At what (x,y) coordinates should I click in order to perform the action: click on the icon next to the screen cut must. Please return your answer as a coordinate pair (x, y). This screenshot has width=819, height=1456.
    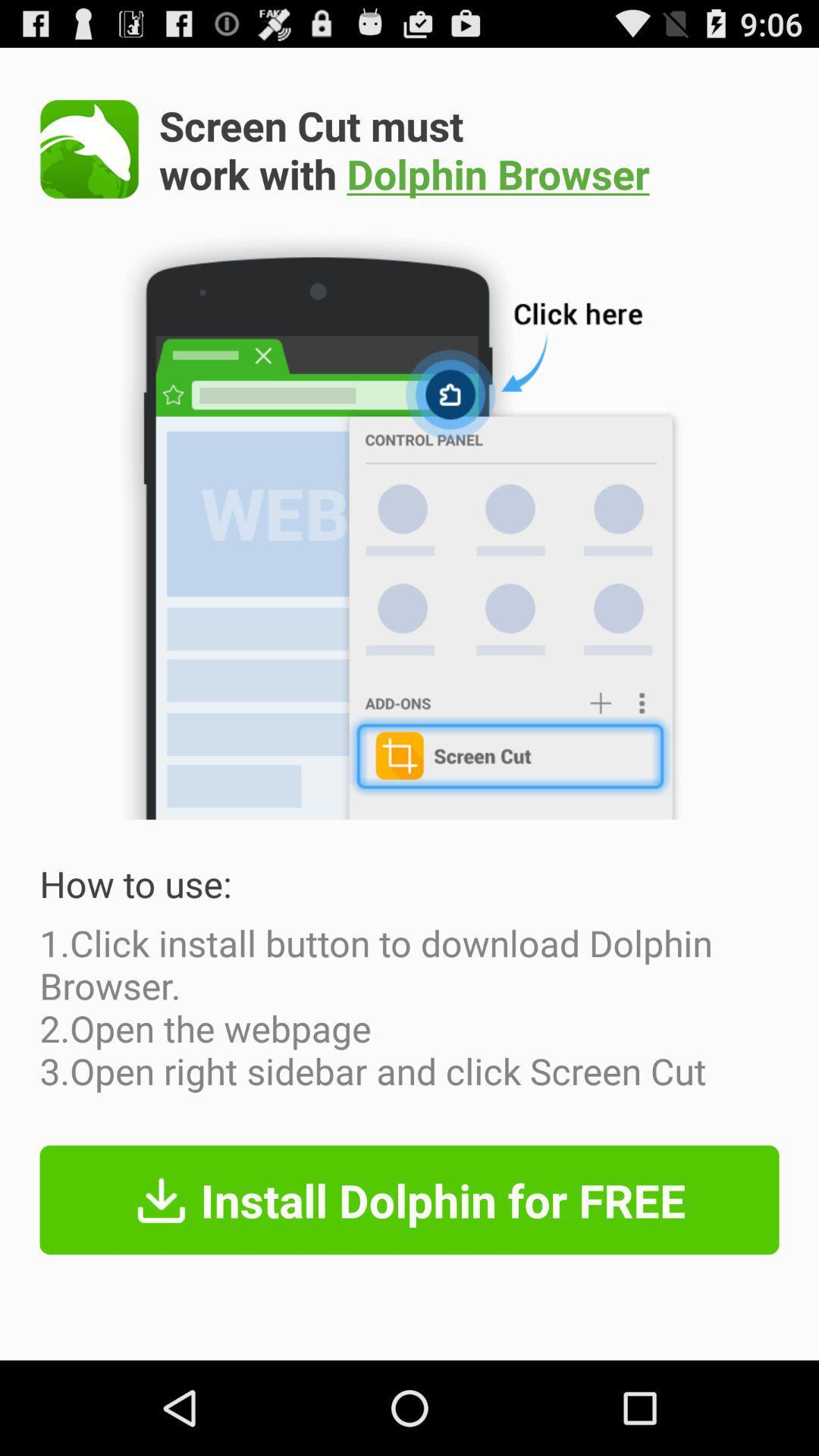
    Looking at the image, I should click on (89, 149).